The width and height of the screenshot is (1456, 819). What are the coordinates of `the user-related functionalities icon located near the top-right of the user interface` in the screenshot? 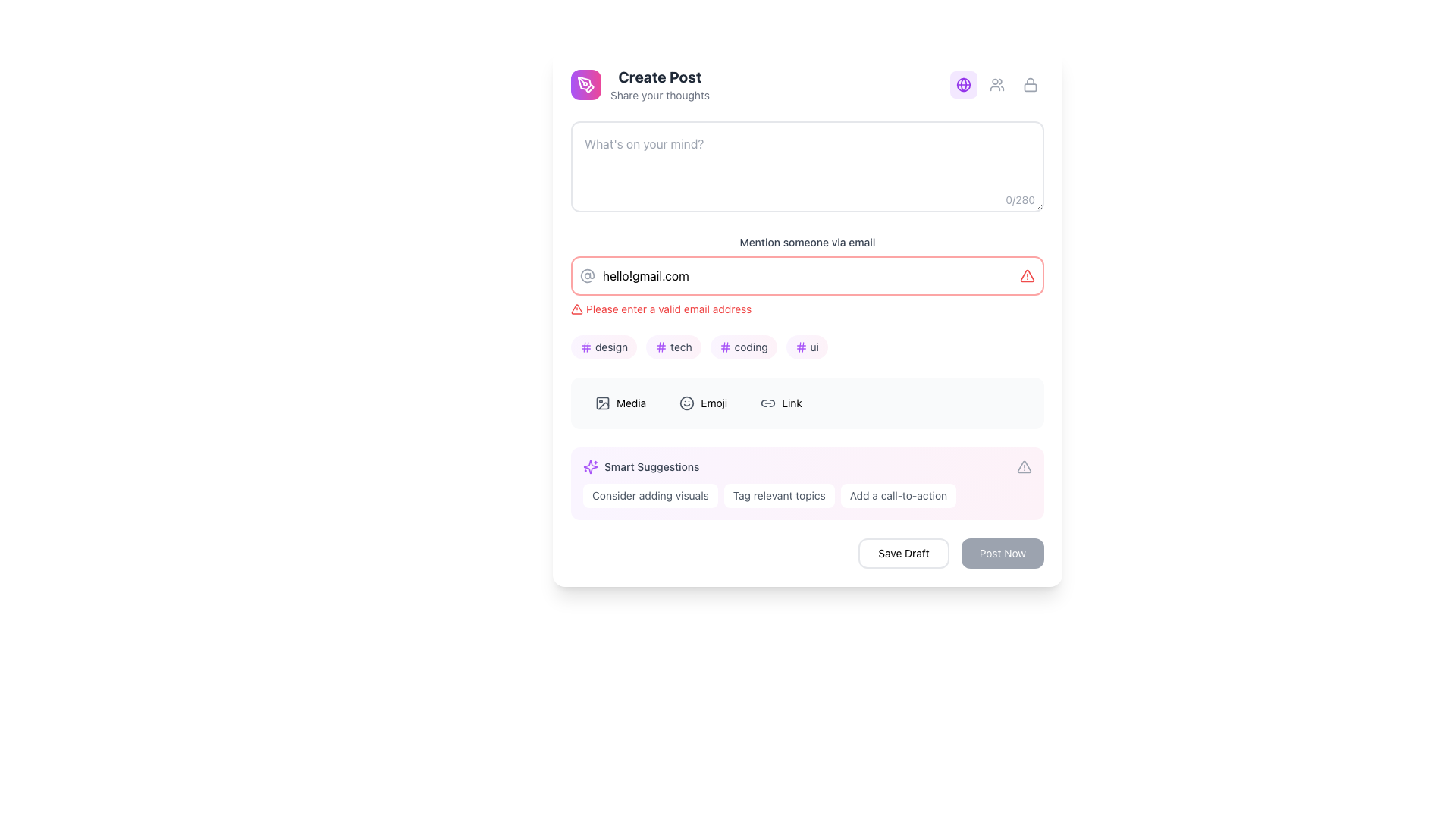 It's located at (997, 84).